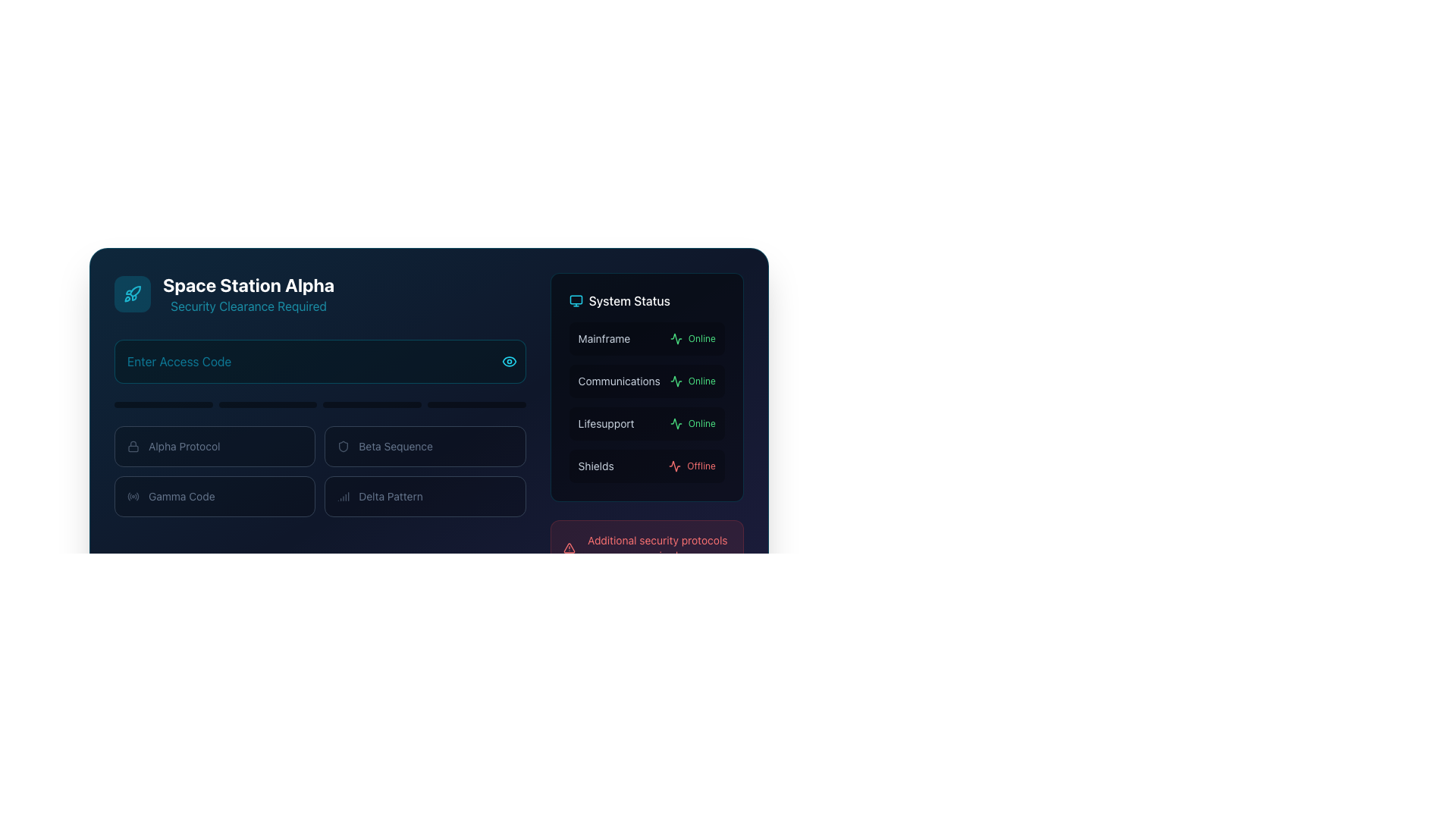  I want to click on the dynamic waveform icon representing the system status in the top-right quadrant of the interface, adjacent to the 'Mainframe' label, to check for status indication, so click(675, 380).